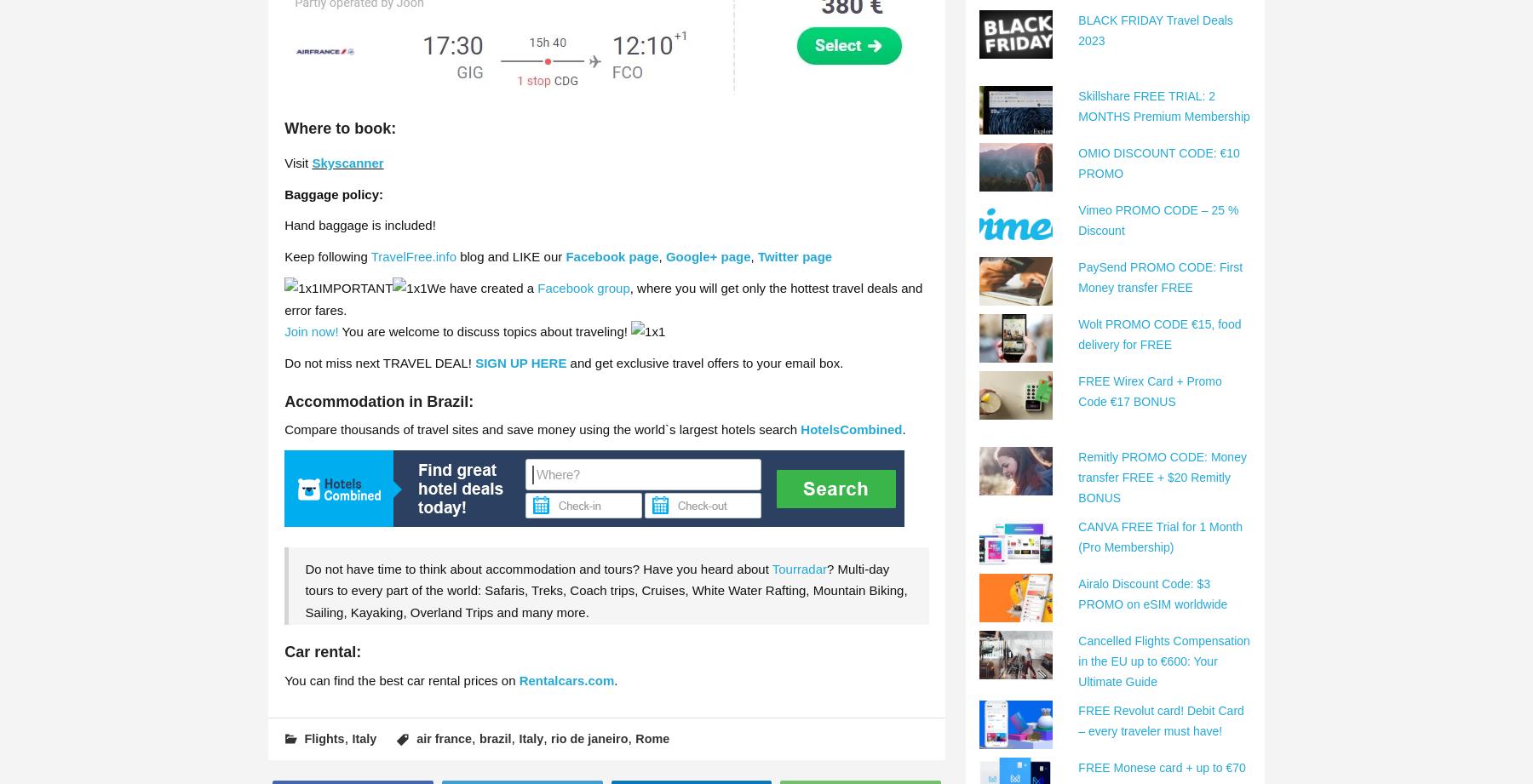  What do you see at coordinates (797, 568) in the screenshot?
I see `'Tourradar'` at bounding box center [797, 568].